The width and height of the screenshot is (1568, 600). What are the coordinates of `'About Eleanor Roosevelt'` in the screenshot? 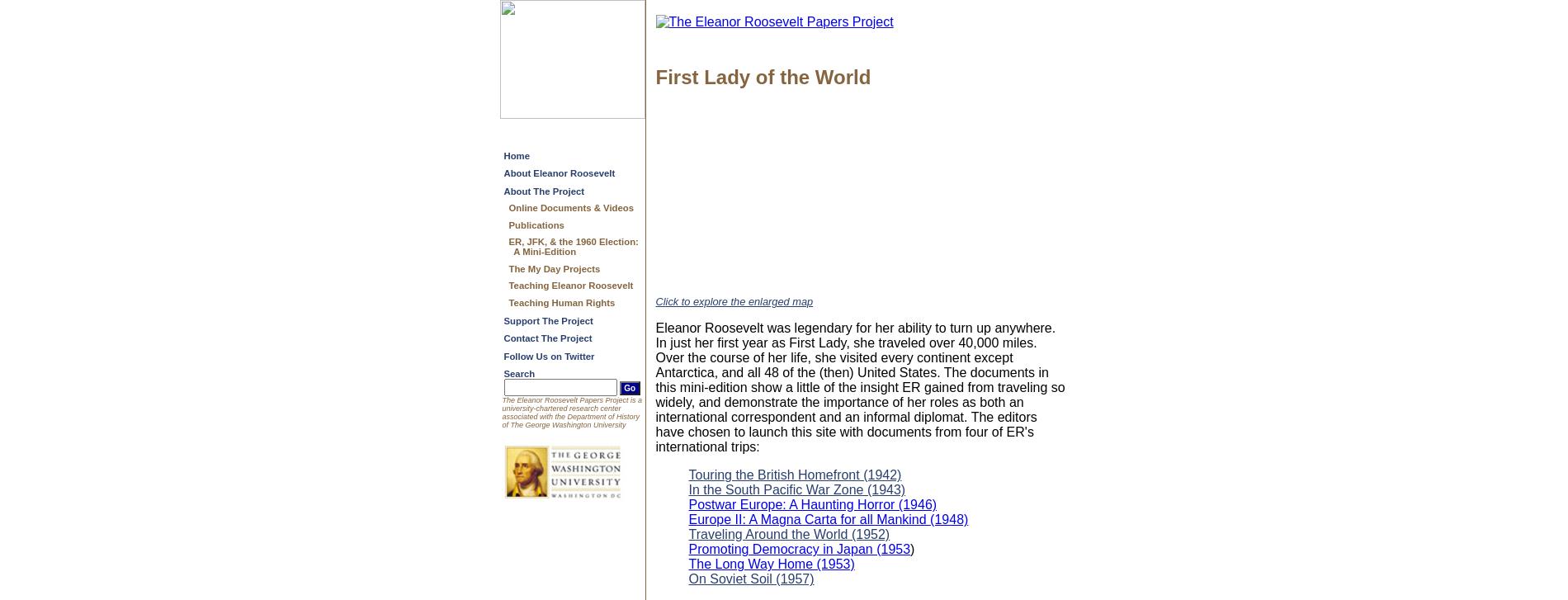 It's located at (559, 173).